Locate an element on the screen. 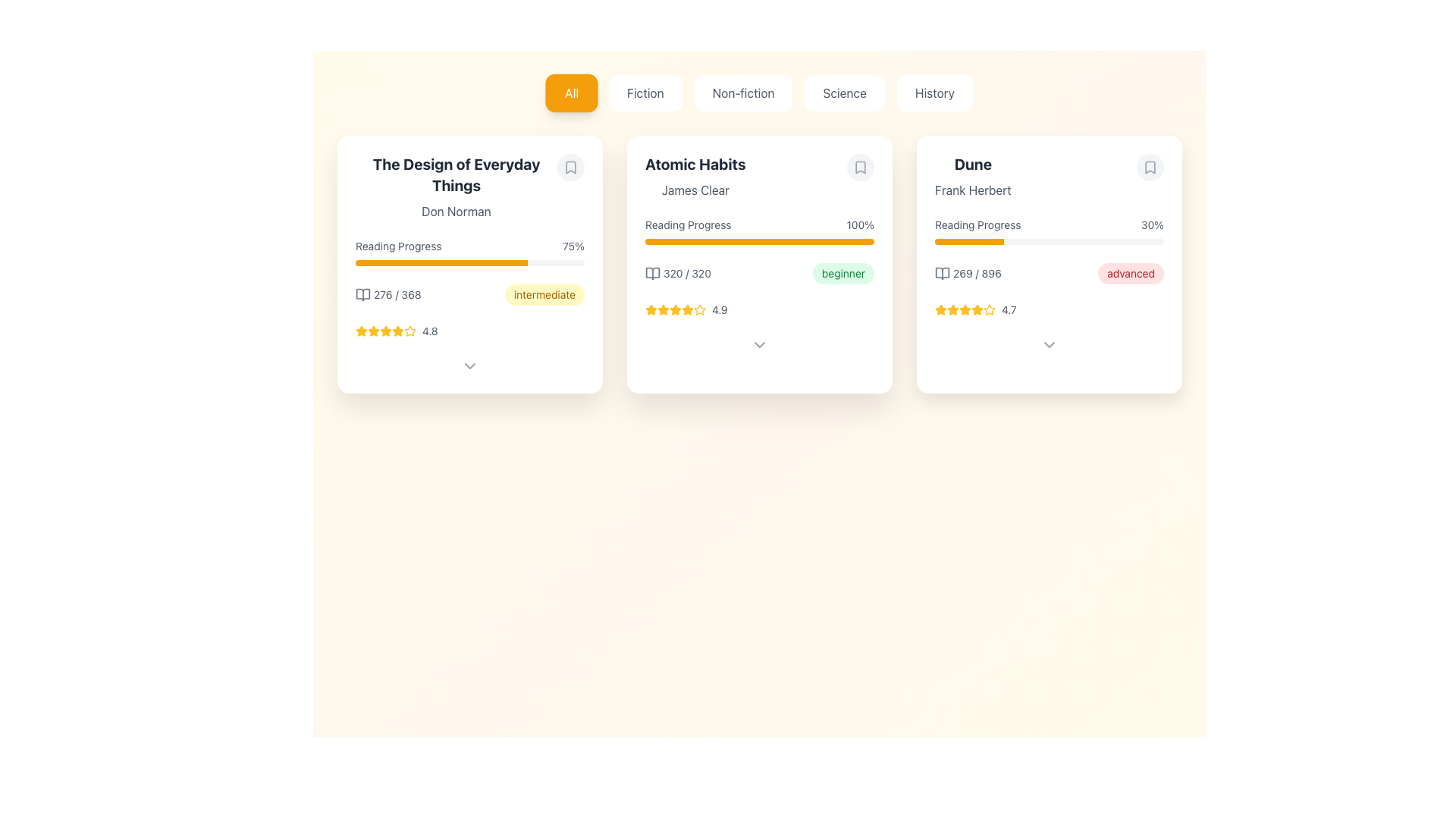 The height and width of the screenshot is (819, 1456). the static text label displaying the name 'Don Norman', which is positioned centrally below the title 'The Design of Everyday Things' within the leftmost card of a three-column layout is located at coordinates (455, 211).